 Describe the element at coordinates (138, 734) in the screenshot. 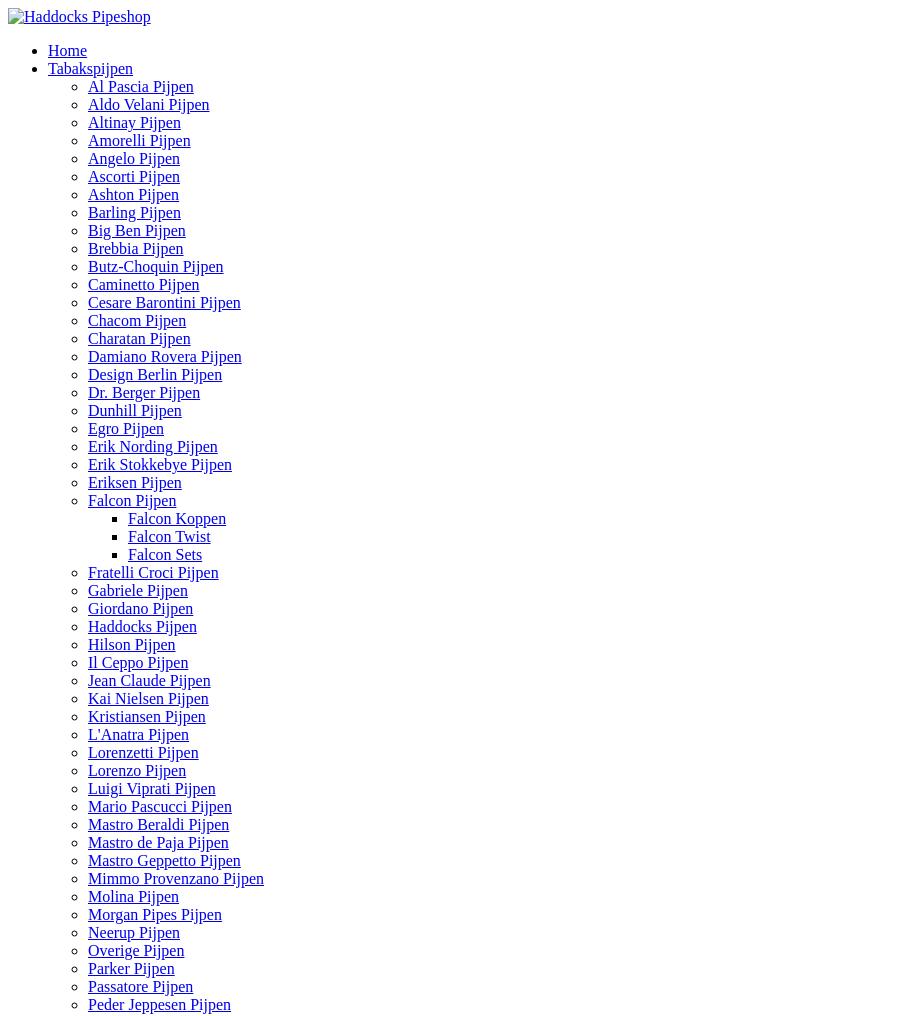

I see `'L'Anatra Pijpen'` at that location.